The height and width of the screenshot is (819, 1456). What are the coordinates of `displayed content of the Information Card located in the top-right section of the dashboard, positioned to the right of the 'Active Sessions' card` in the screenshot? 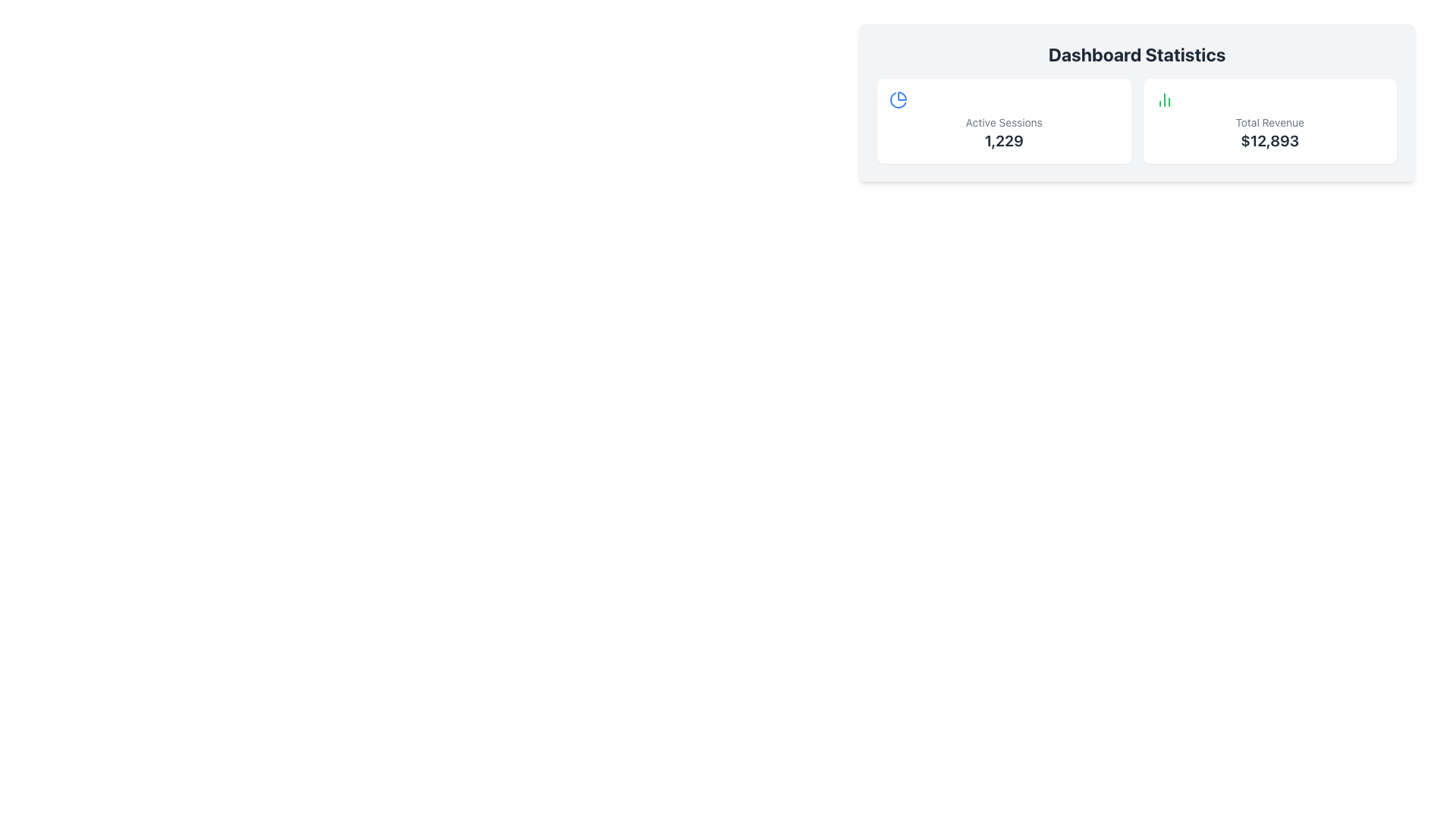 It's located at (1269, 120).